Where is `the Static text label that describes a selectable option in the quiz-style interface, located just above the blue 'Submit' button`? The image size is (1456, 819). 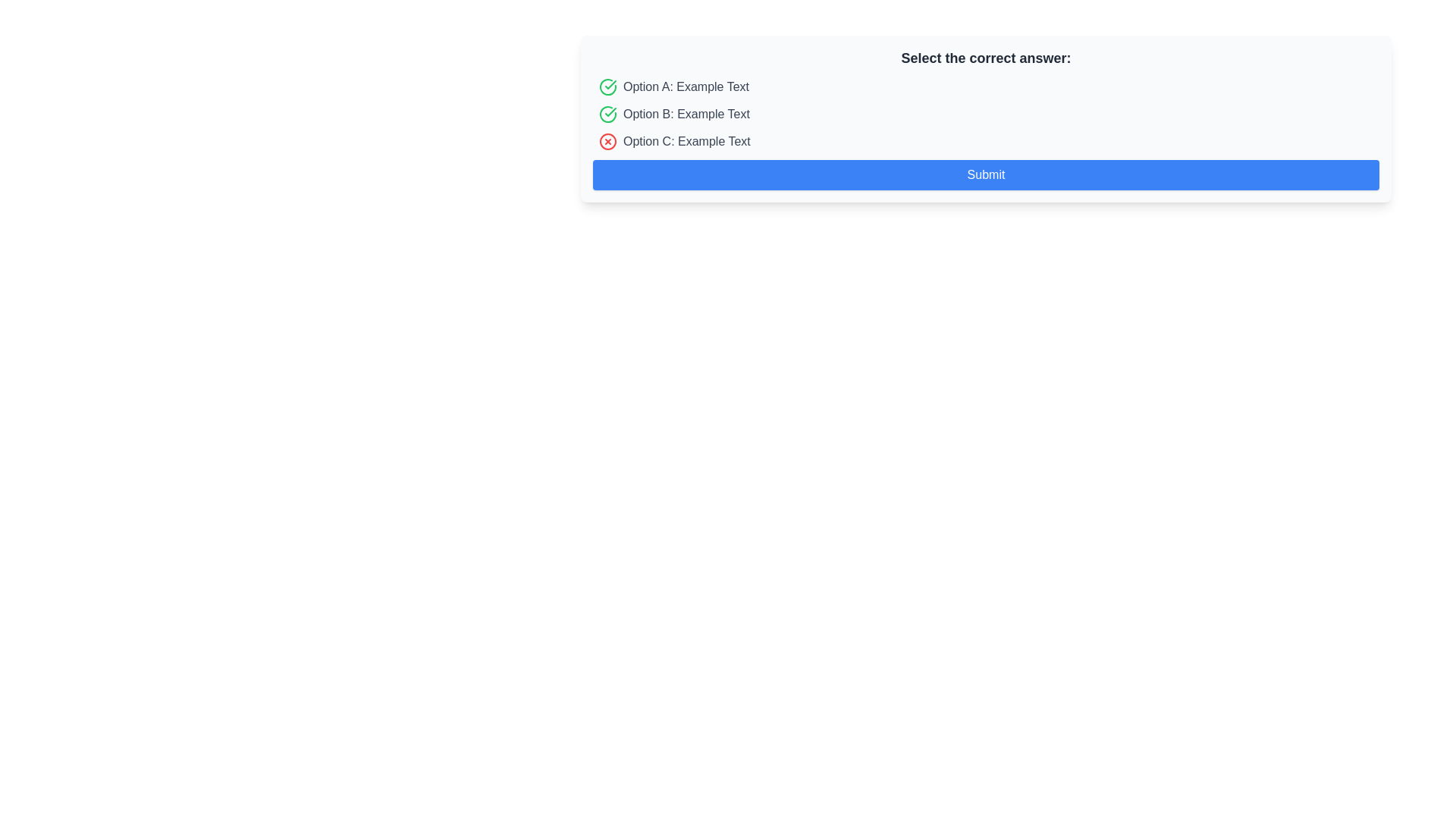 the Static text label that describes a selectable option in the quiz-style interface, located just above the blue 'Submit' button is located at coordinates (686, 141).